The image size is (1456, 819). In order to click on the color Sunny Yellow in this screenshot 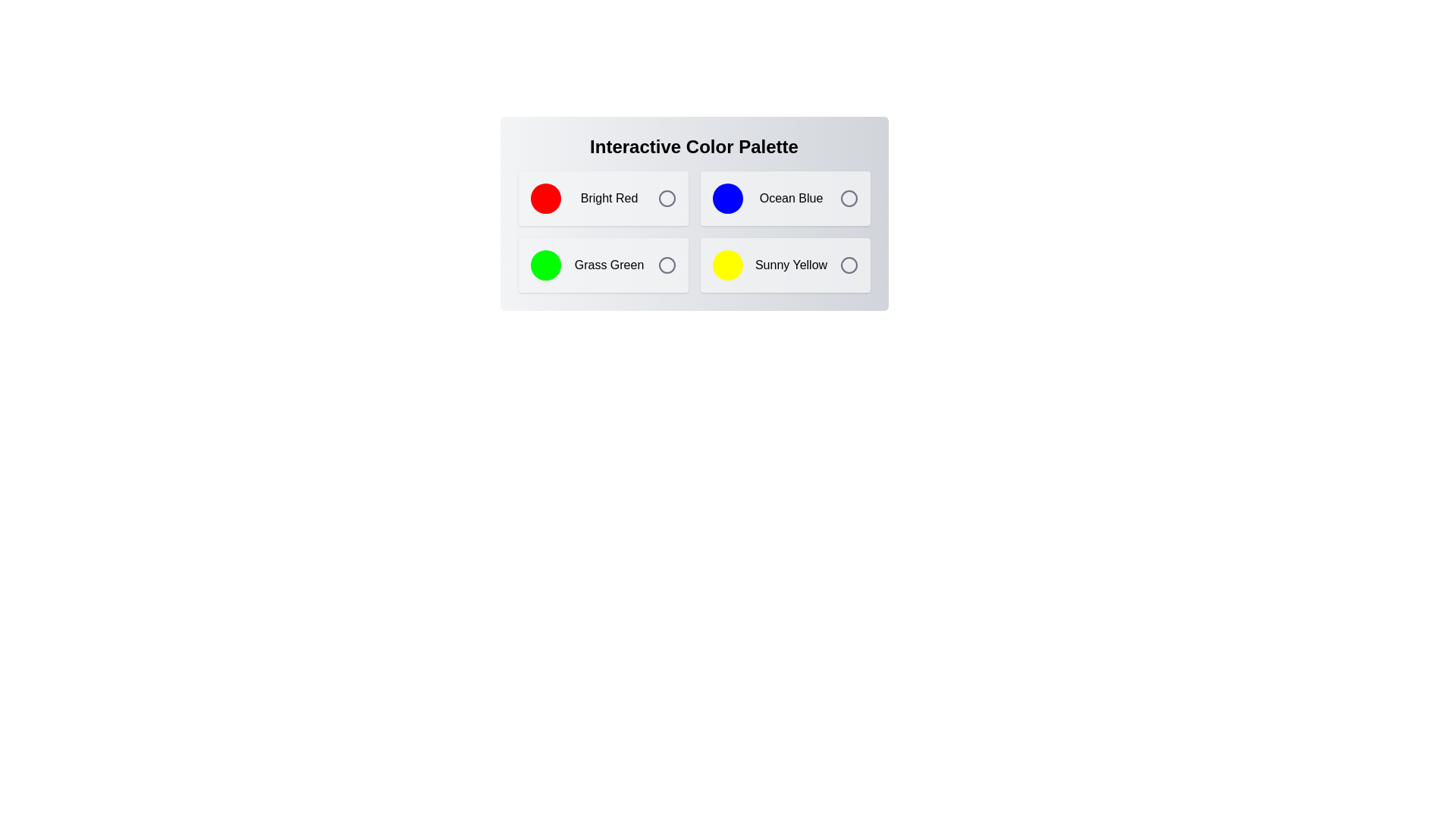, I will do `click(785, 265)`.